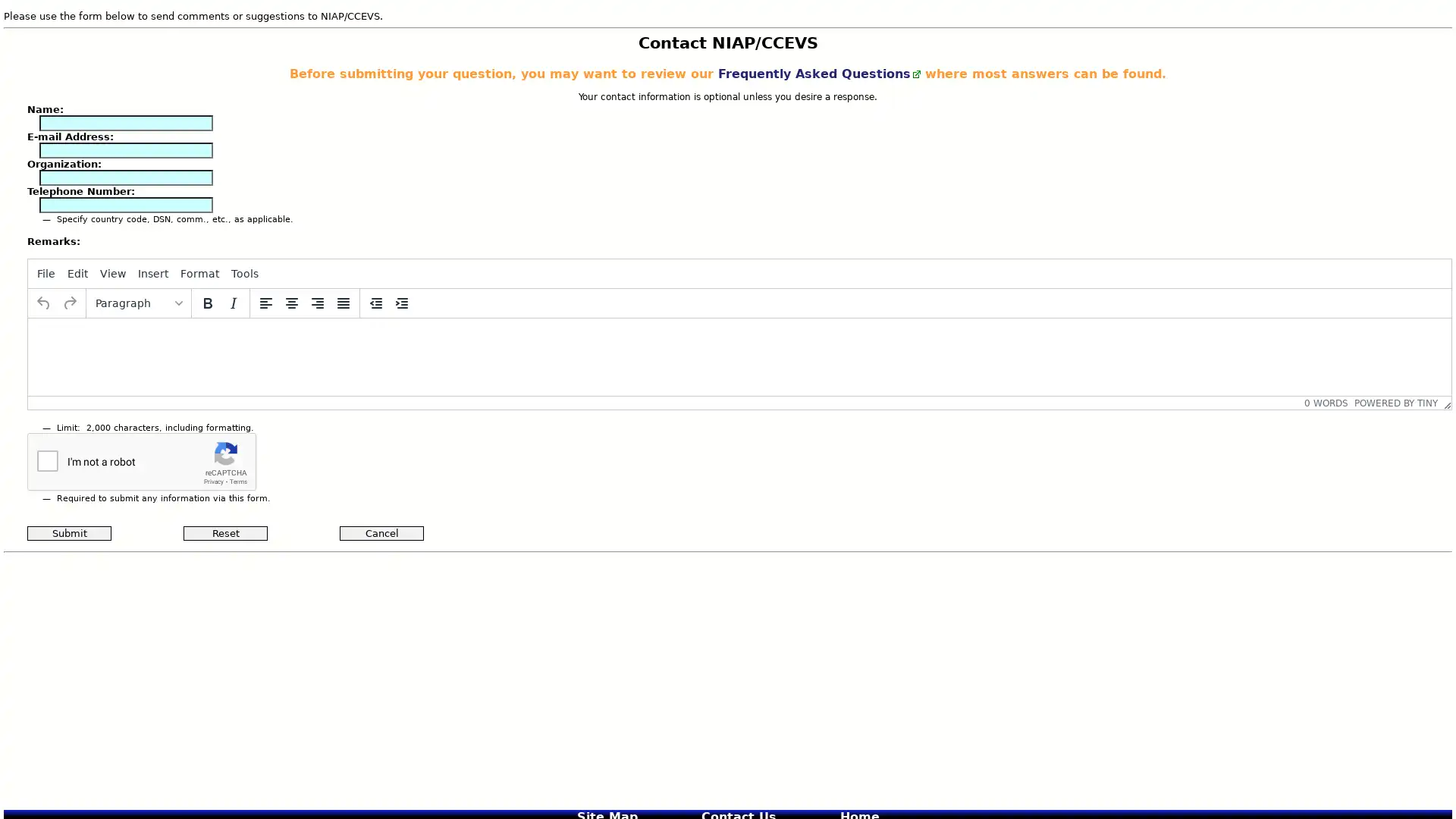 This screenshot has width=1456, height=819. What do you see at coordinates (265, 303) in the screenshot?
I see `Align left` at bounding box center [265, 303].